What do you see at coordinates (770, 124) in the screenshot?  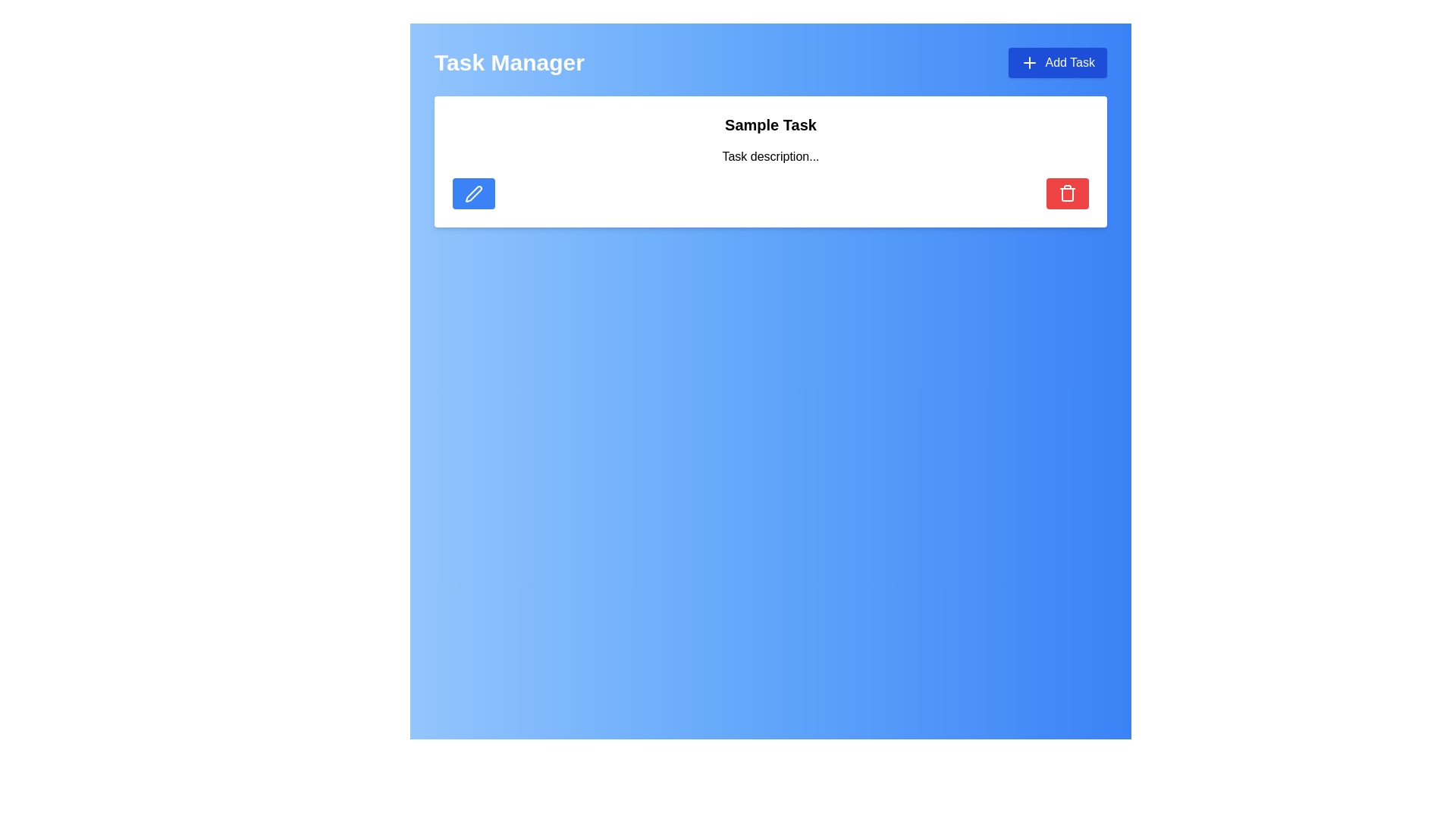 I see `the text label displaying 'Sample Task', which is styled with bold and large font and is positioned at the top of a white rounded card` at bounding box center [770, 124].